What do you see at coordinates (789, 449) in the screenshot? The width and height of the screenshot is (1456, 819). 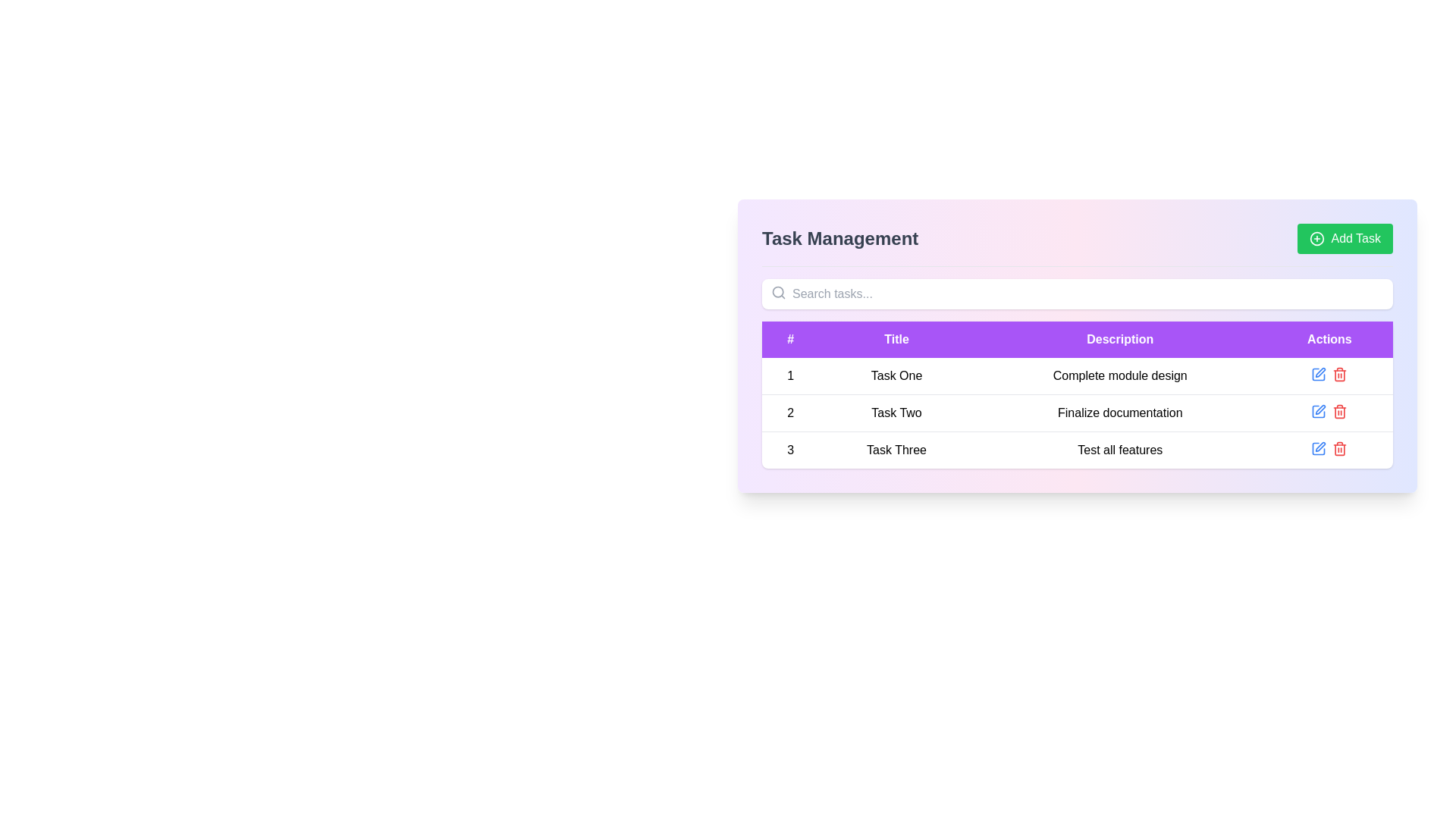 I see `the table cell displaying the number '3' located in the last row of the table under the column '#'` at bounding box center [789, 449].